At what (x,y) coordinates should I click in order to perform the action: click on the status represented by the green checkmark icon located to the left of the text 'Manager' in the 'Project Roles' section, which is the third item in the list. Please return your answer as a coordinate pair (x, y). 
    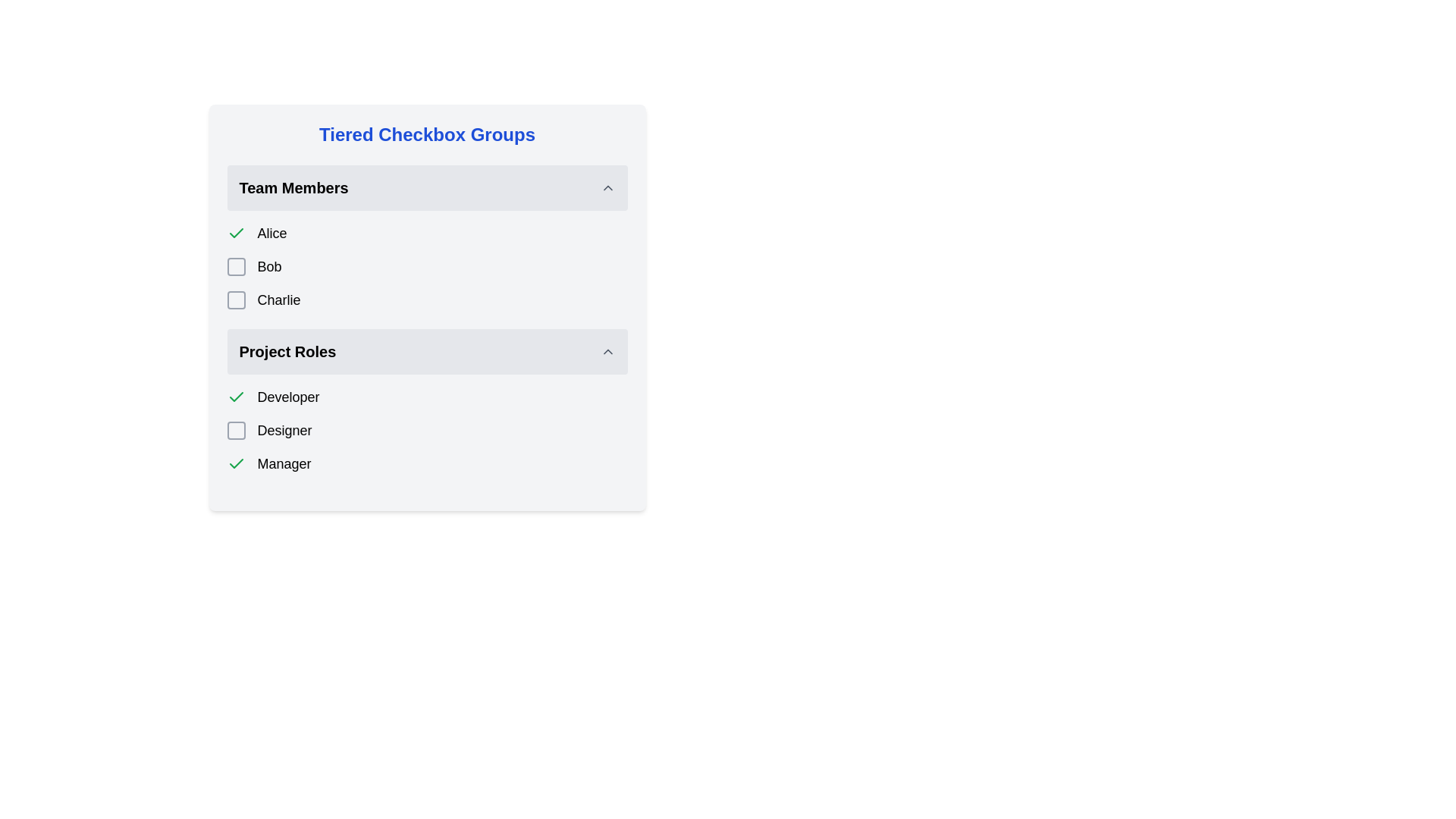
    Looking at the image, I should click on (235, 463).